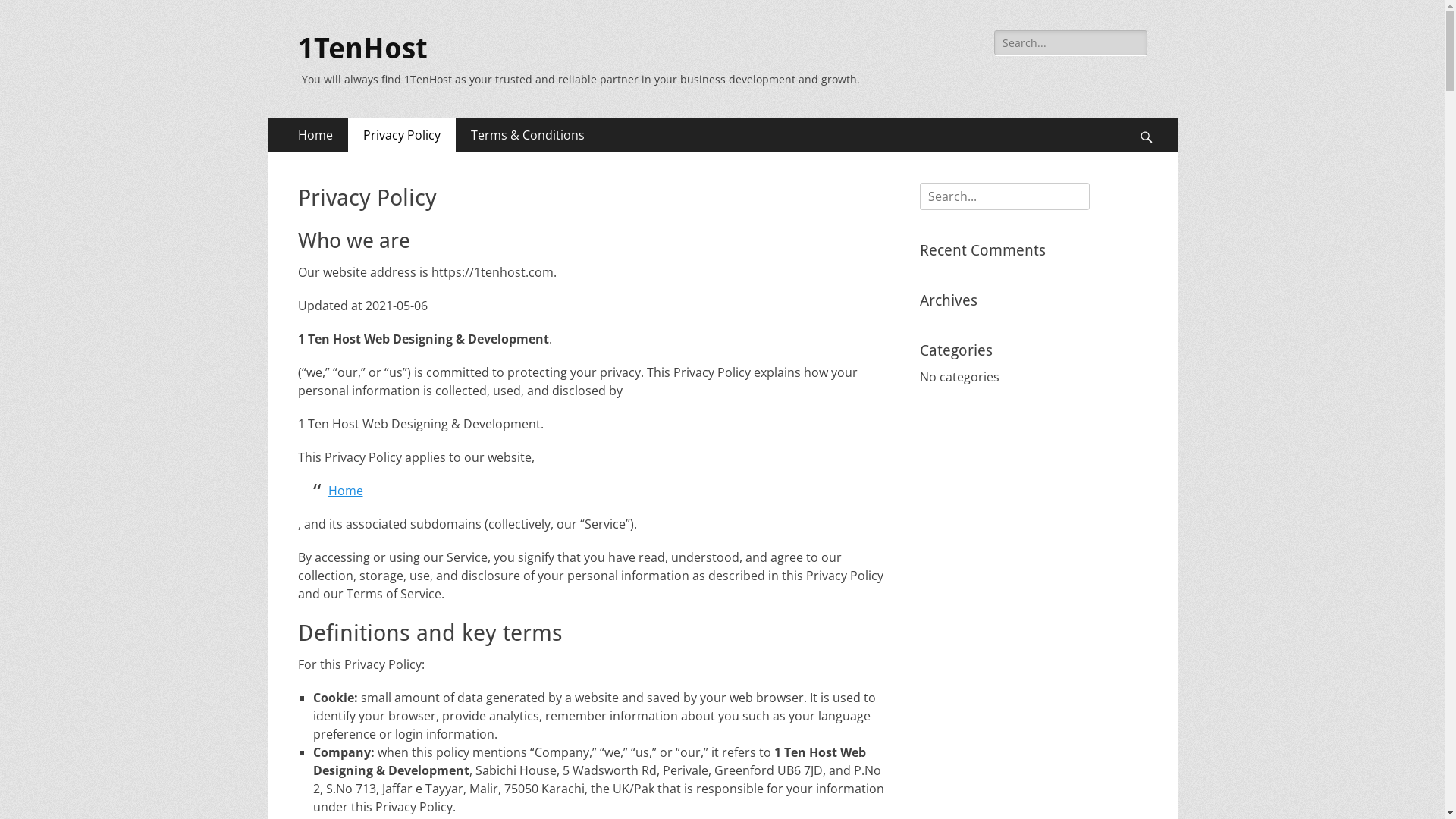 The image size is (1456, 819). I want to click on 'Terms & Conditions', so click(527, 133).